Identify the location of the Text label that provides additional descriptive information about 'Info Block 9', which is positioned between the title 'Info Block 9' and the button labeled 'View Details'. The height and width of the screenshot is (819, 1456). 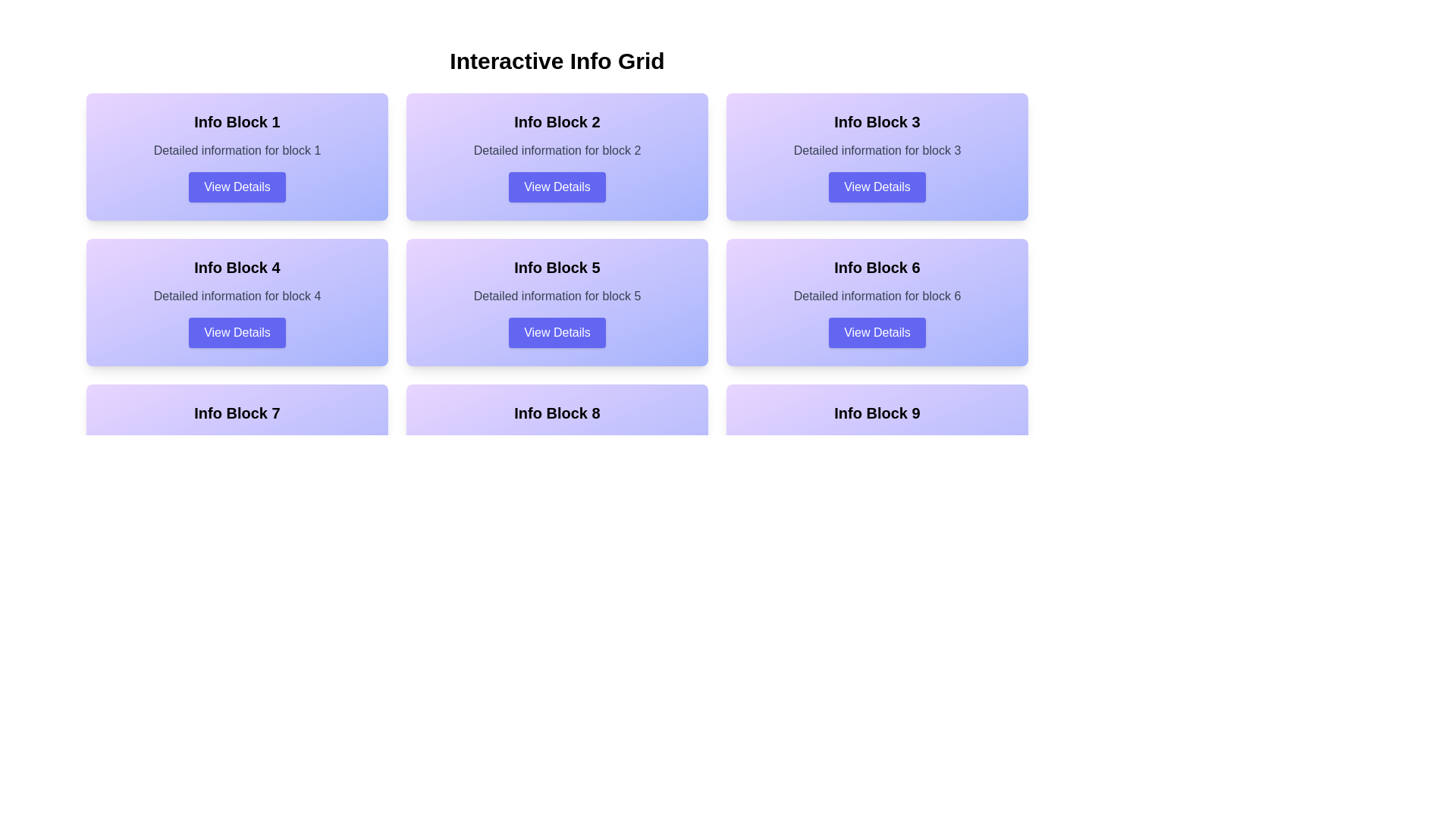
(877, 441).